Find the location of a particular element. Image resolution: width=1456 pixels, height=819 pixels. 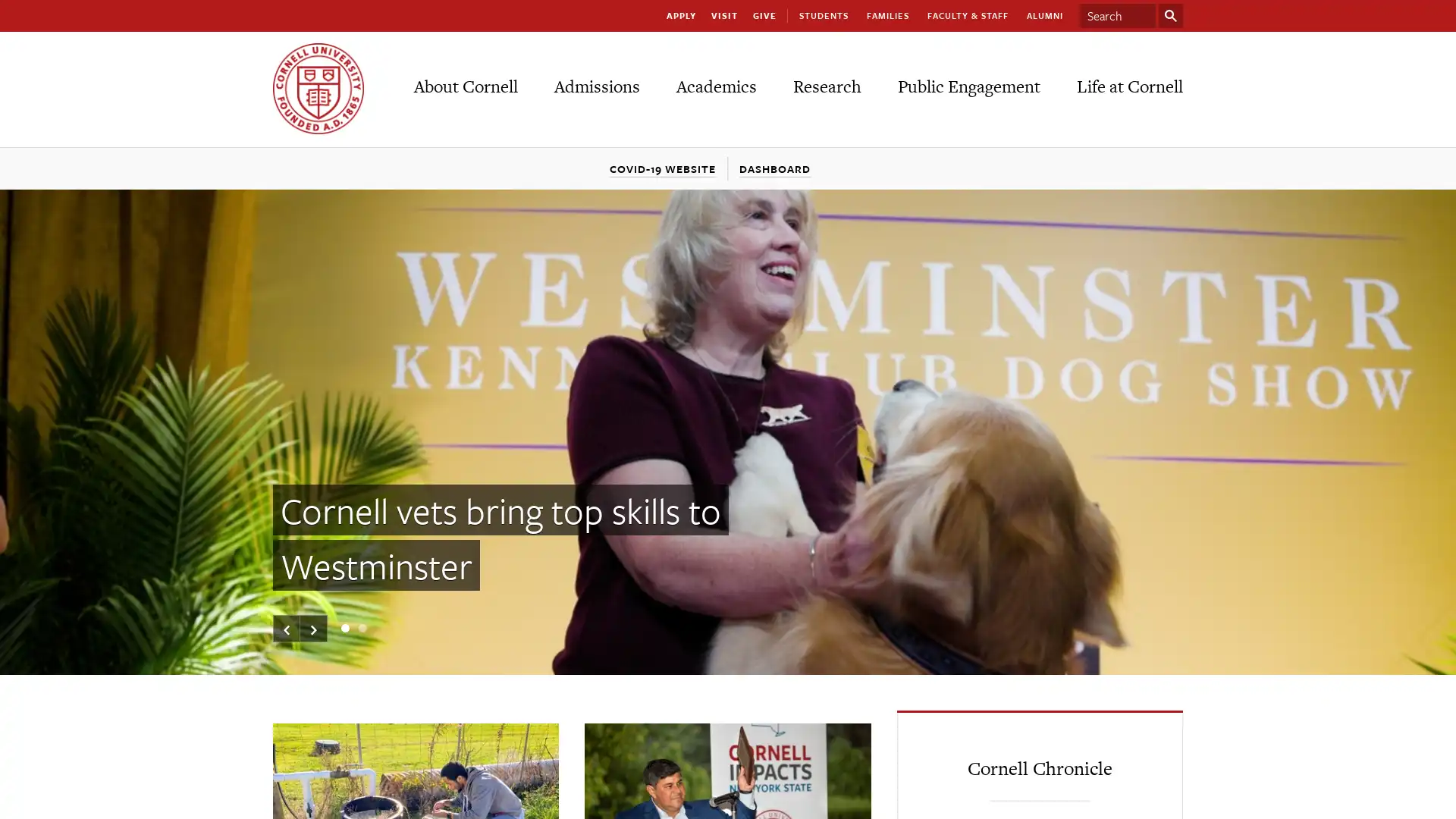

Previous slide is located at coordinates (287, 629).